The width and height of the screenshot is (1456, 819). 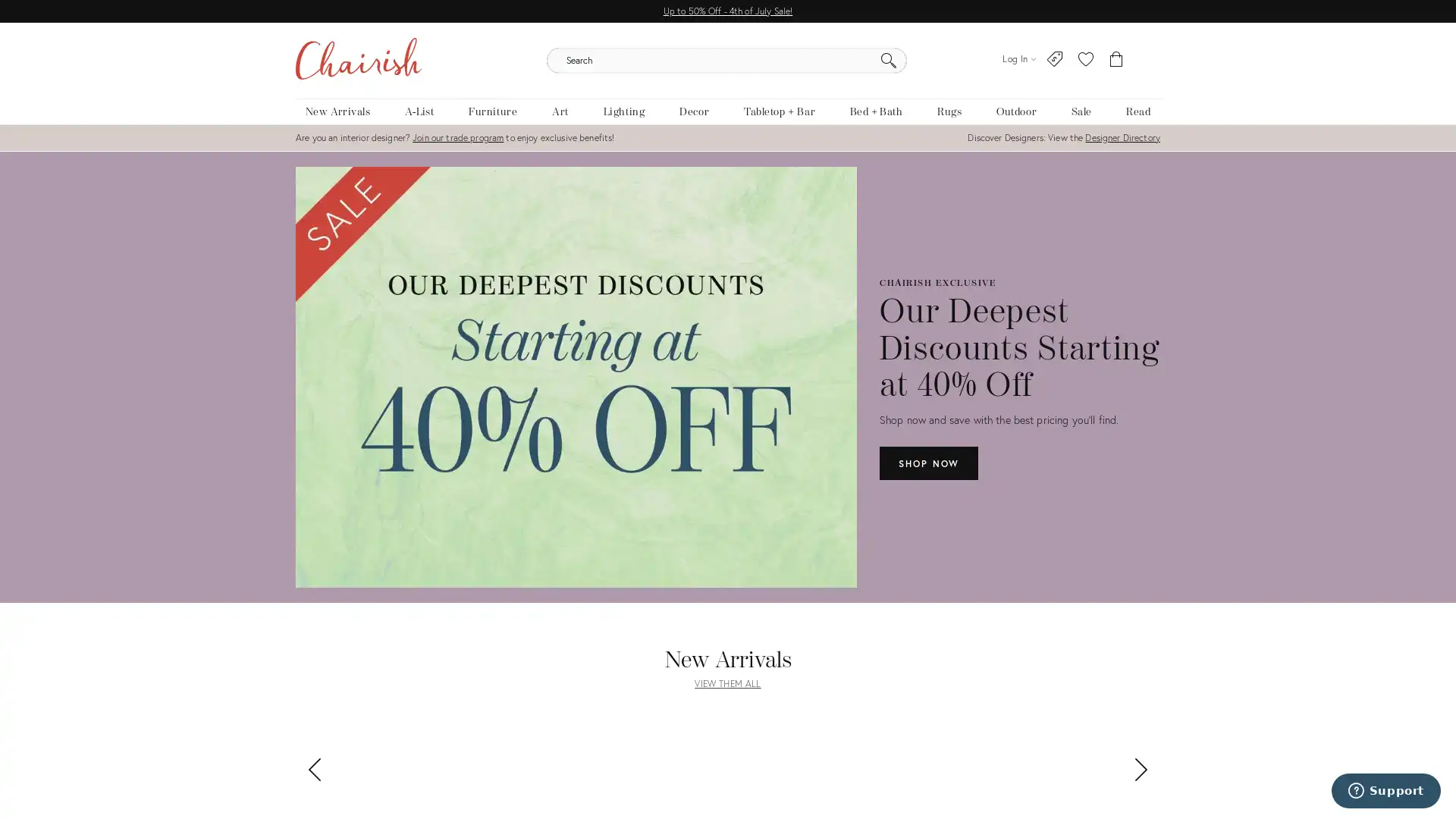 I want to click on Search, so click(x=888, y=61).